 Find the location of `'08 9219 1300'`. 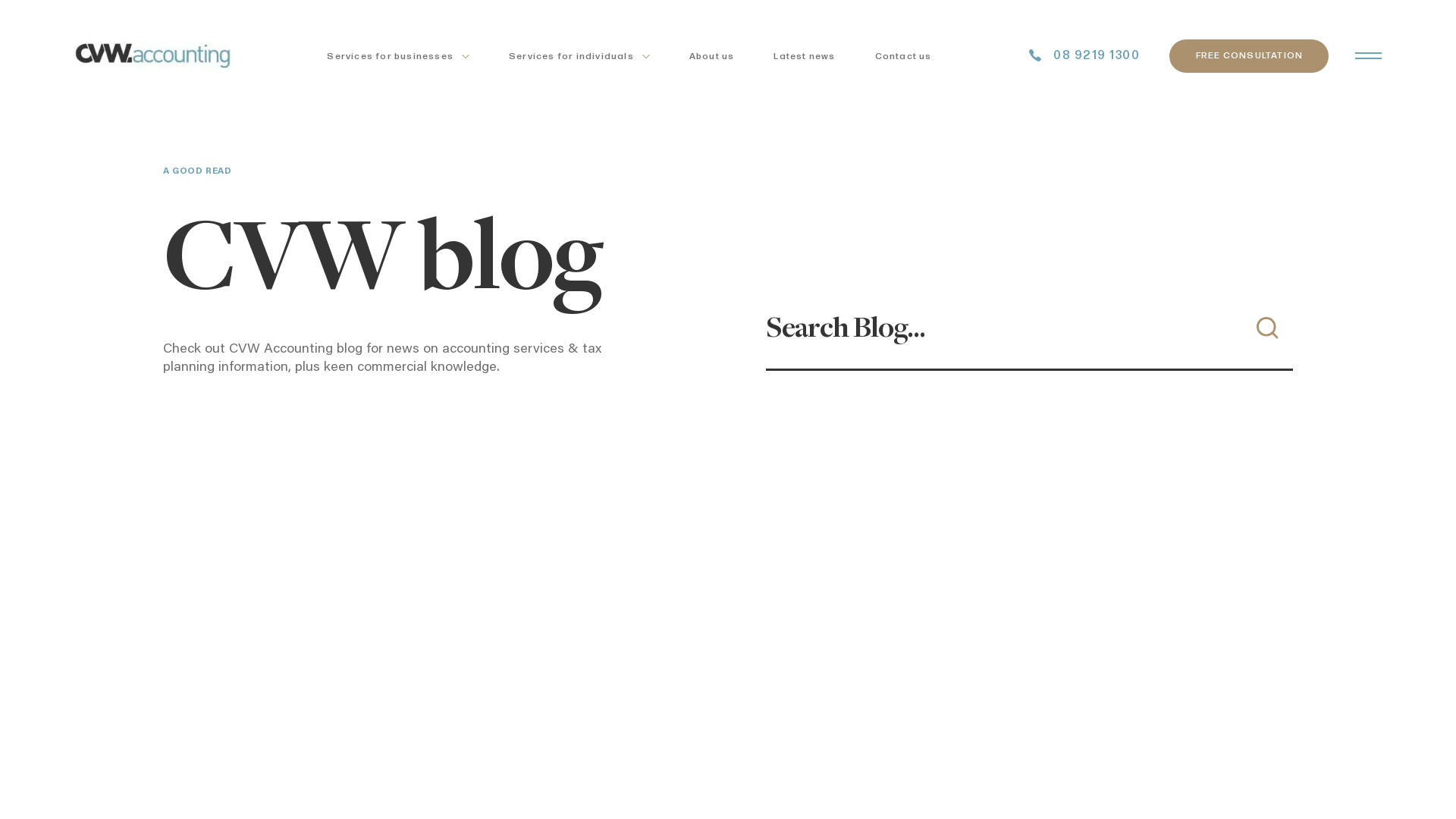

'08 9219 1300' is located at coordinates (1084, 55).